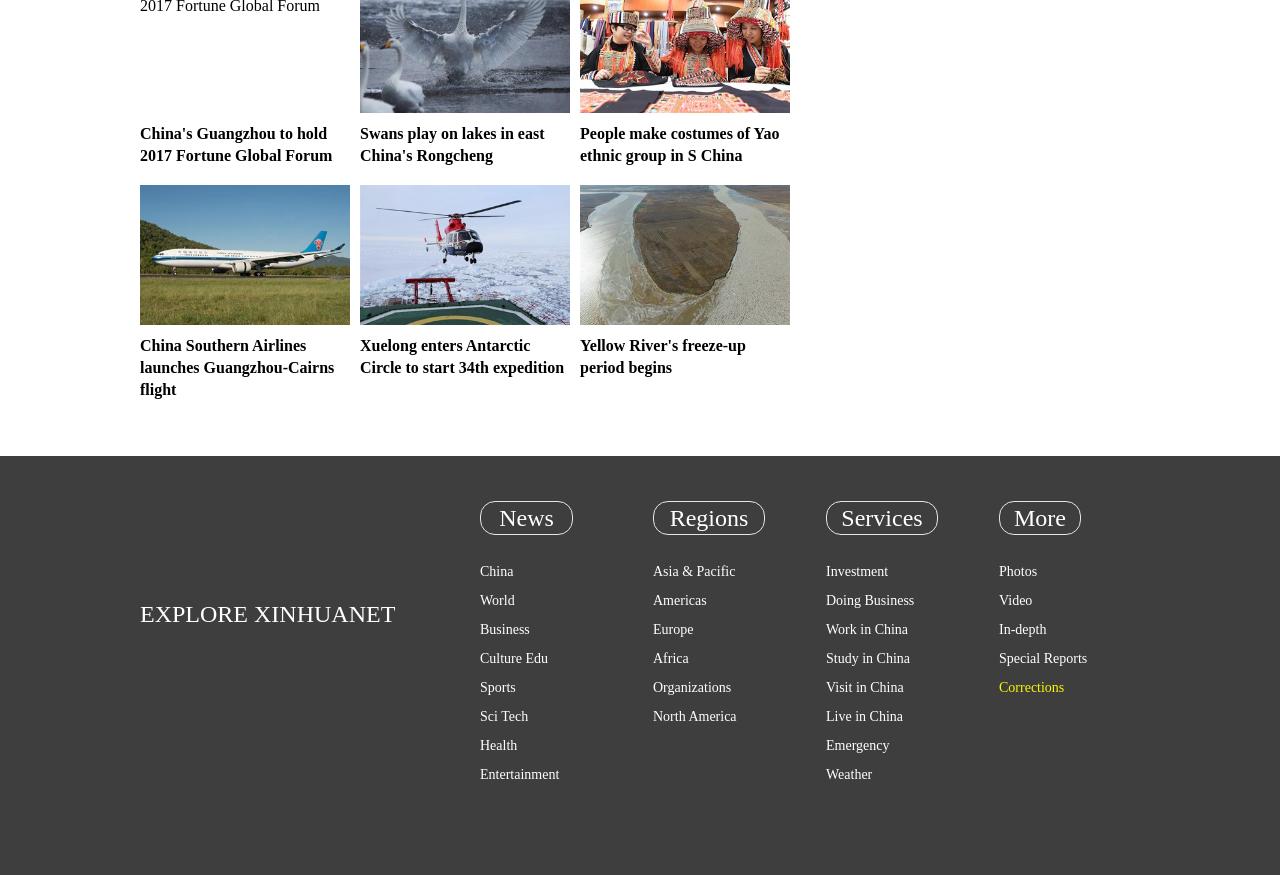 The width and height of the screenshot is (1280, 875). What do you see at coordinates (498, 745) in the screenshot?
I see `'Health'` at bounding box center [498, 745].